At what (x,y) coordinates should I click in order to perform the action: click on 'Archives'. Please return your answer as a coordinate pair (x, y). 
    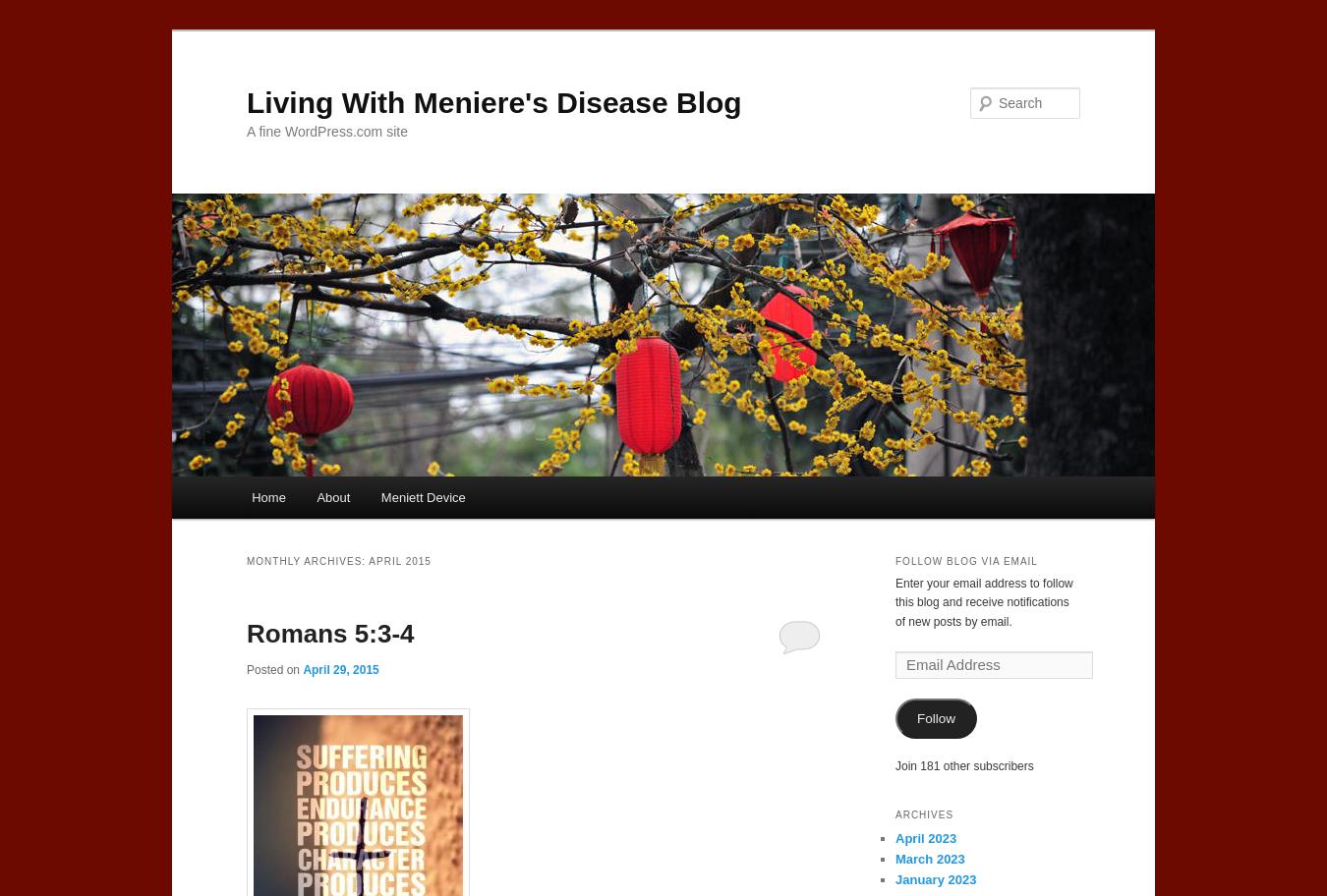
    Looking at the image, I should click on (923, 813).